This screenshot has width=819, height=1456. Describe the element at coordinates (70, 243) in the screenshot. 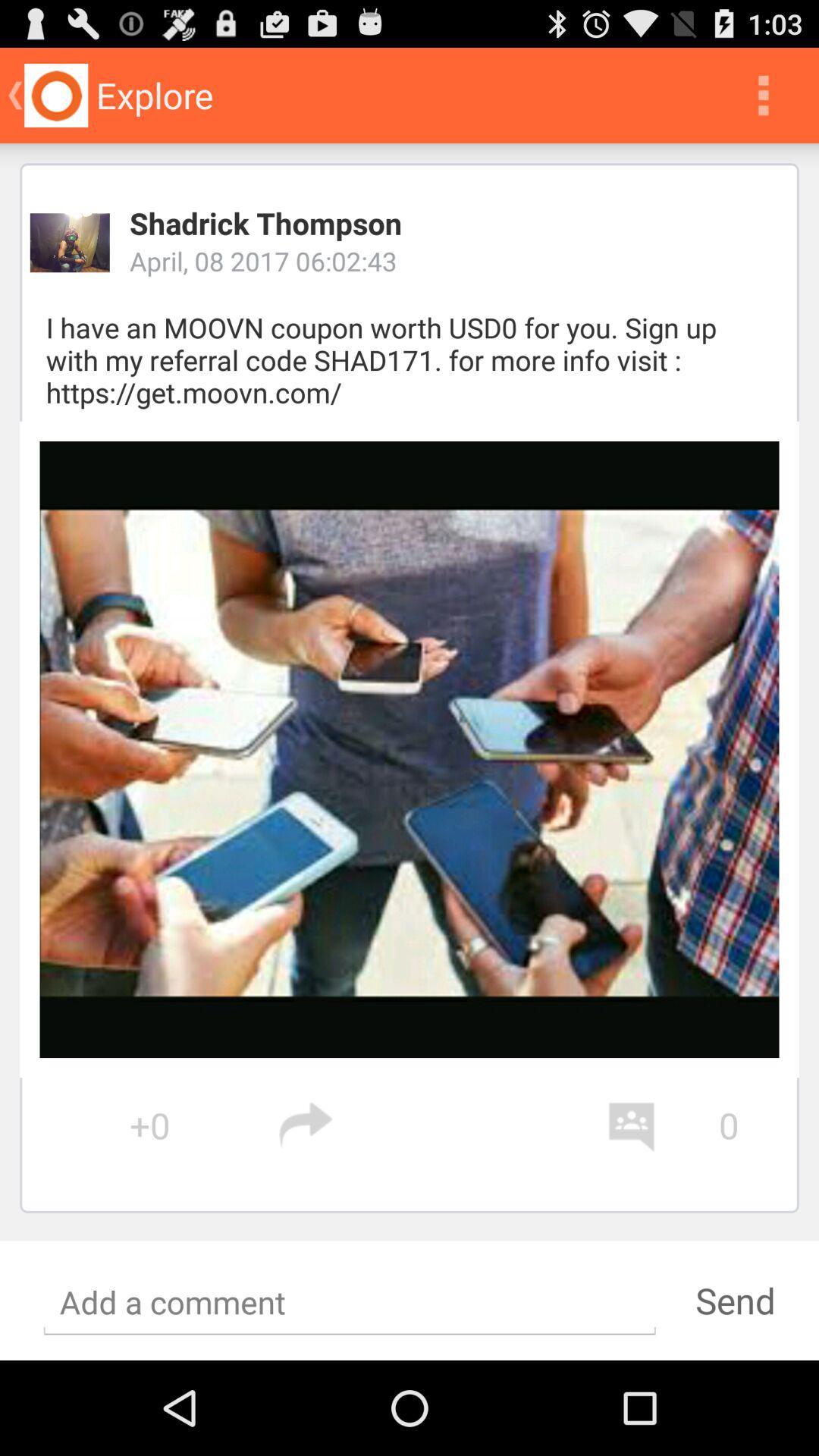

I see `item next to shadrick thompson item` at that location.